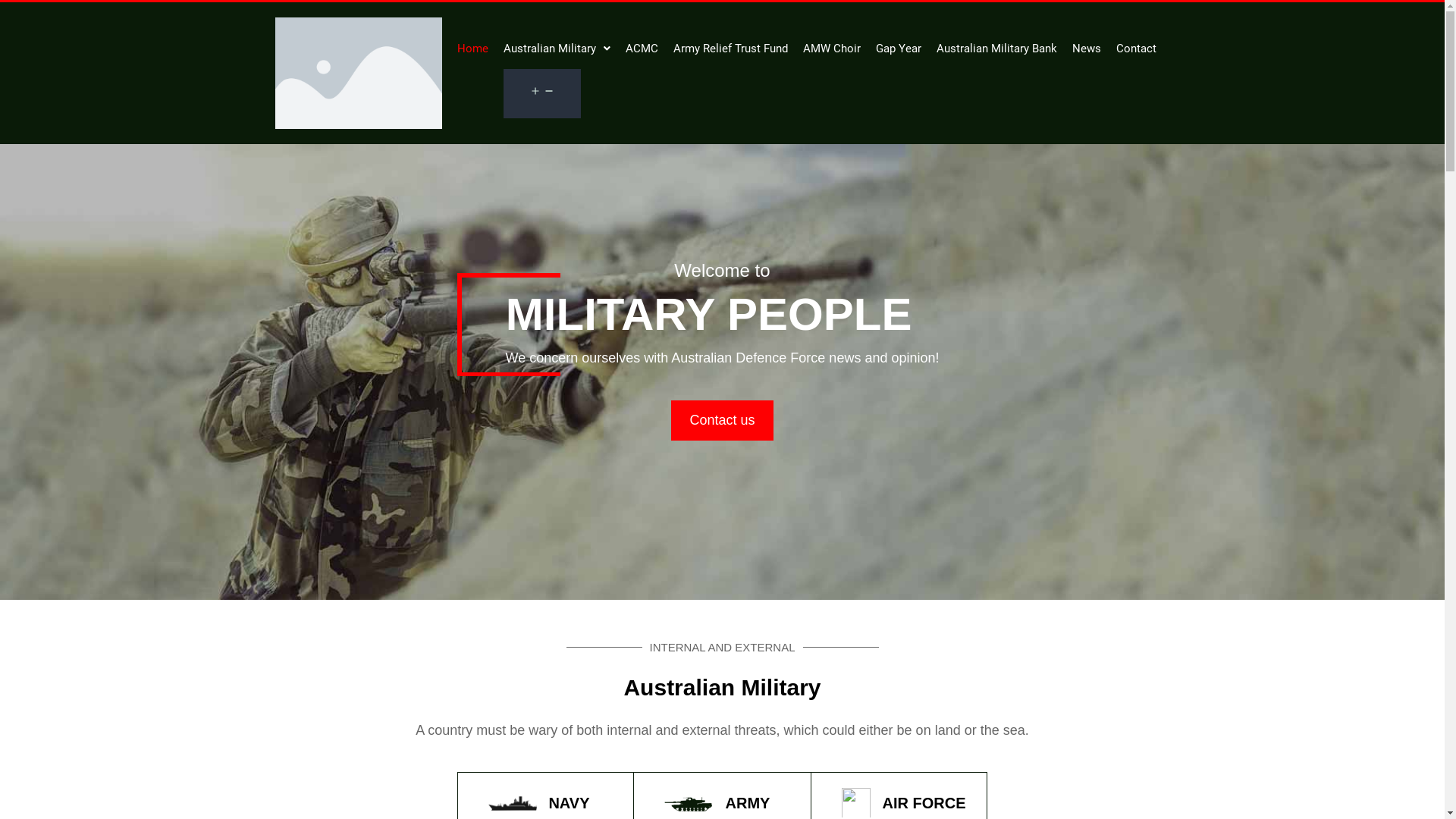  What do you see at coordinates (1116, 48) in the screenshot?
I see `'Contact'` at bounding box center [1116, 48].